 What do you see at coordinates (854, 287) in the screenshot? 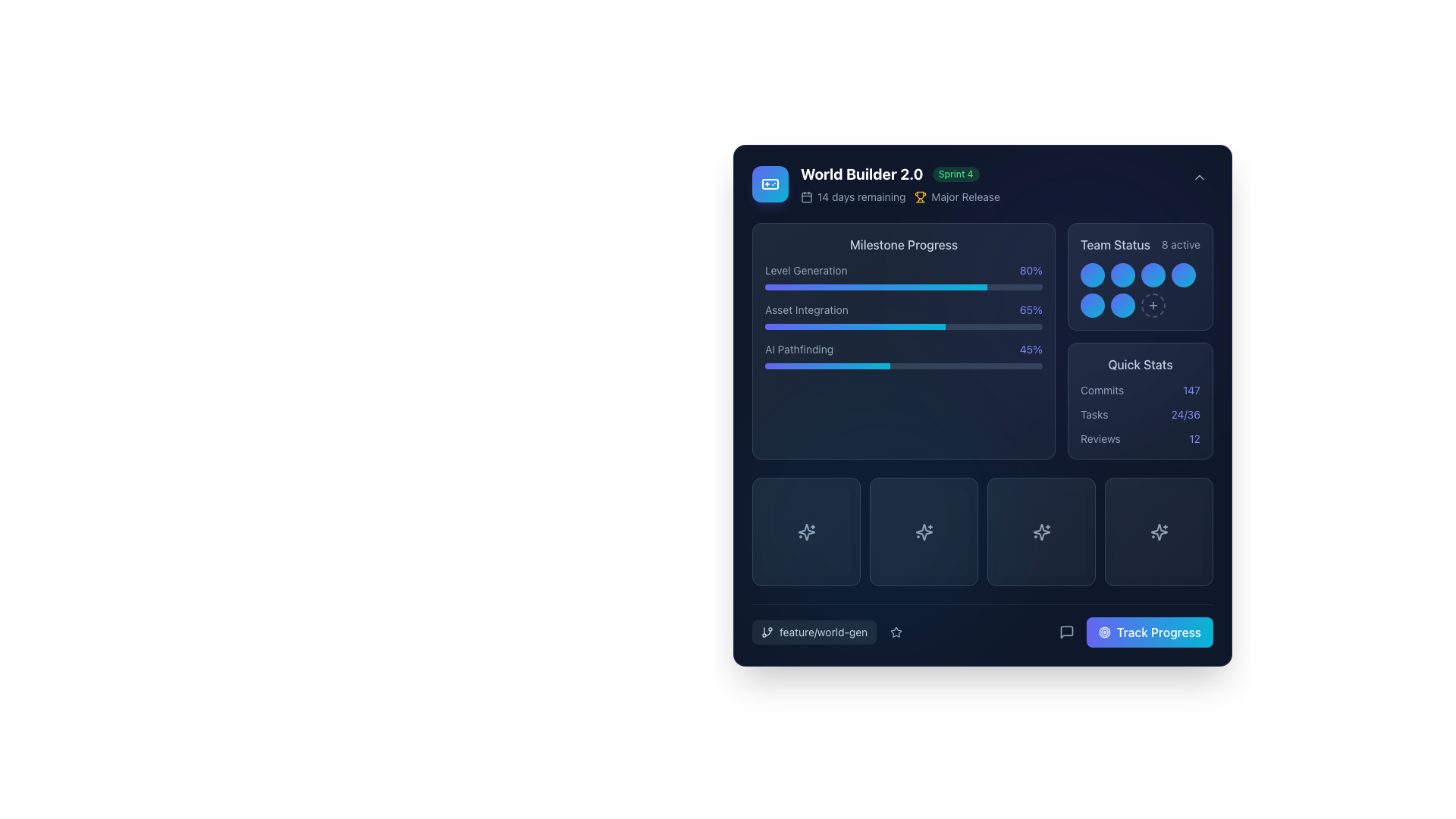
I see `progress` at bounding box center [854, 287].